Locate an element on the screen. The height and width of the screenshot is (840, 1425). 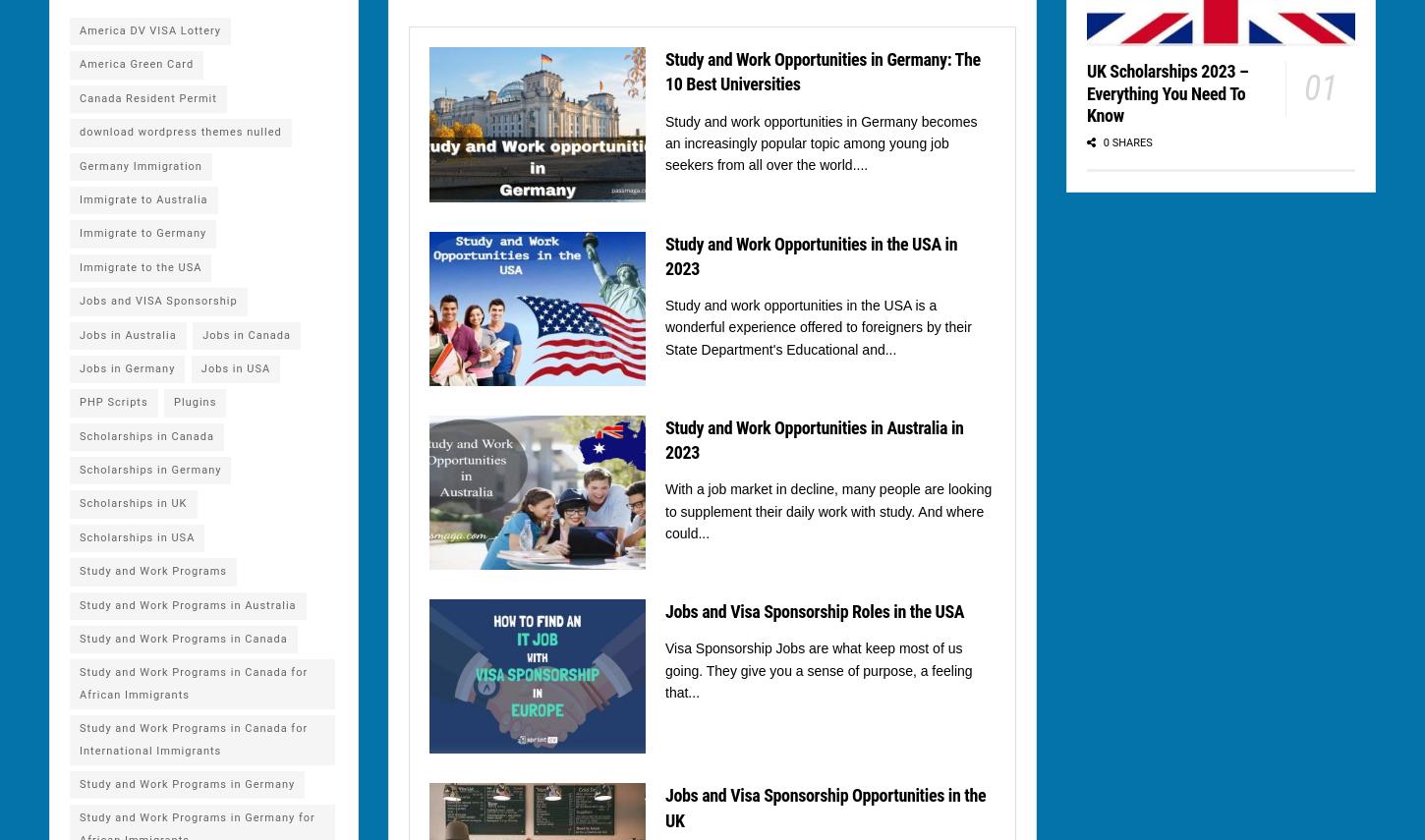
'Scholarships in USA' is located at coordinates (80, 536).